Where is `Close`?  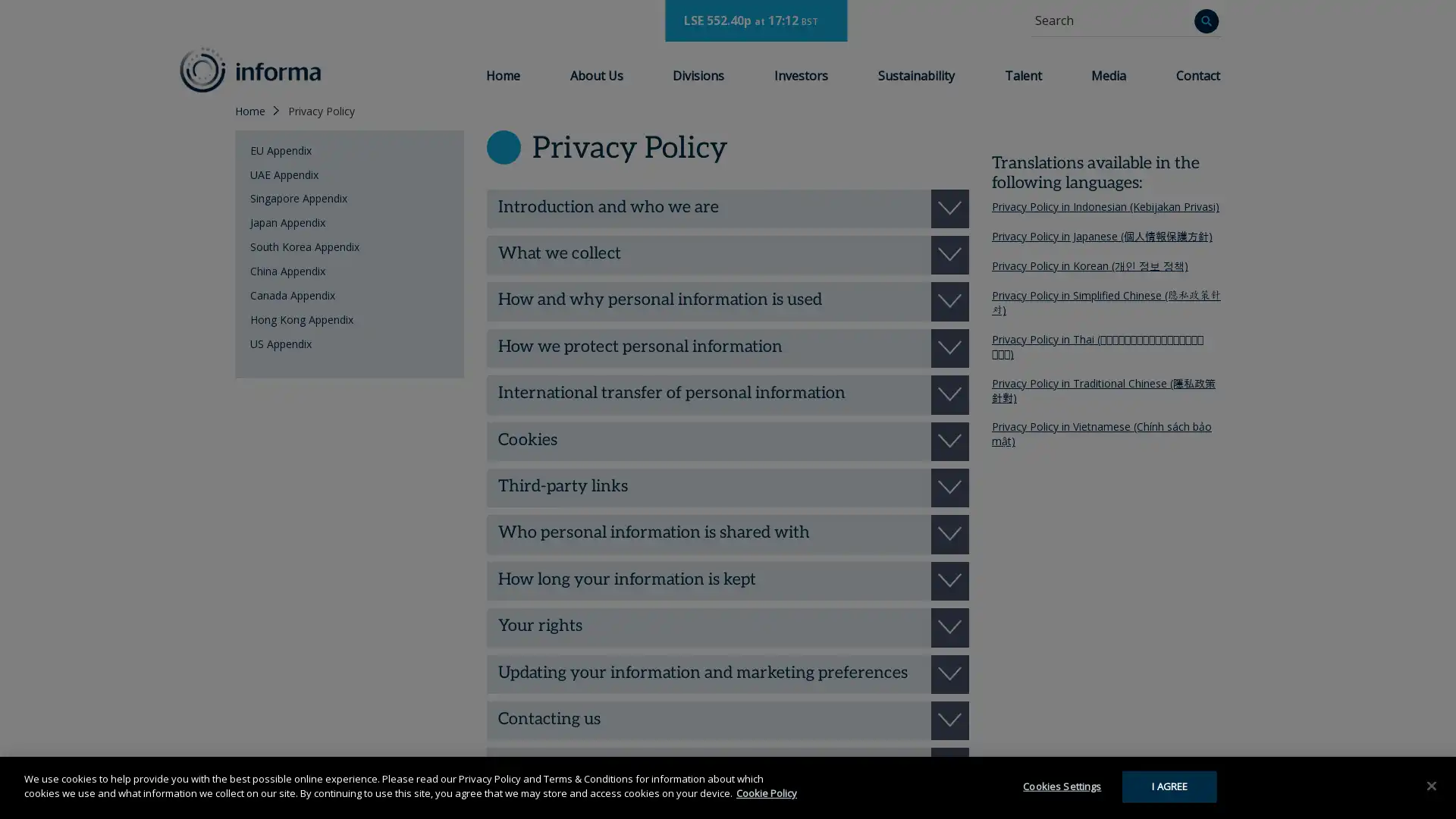
Close is located at coordinates (1430, 785).